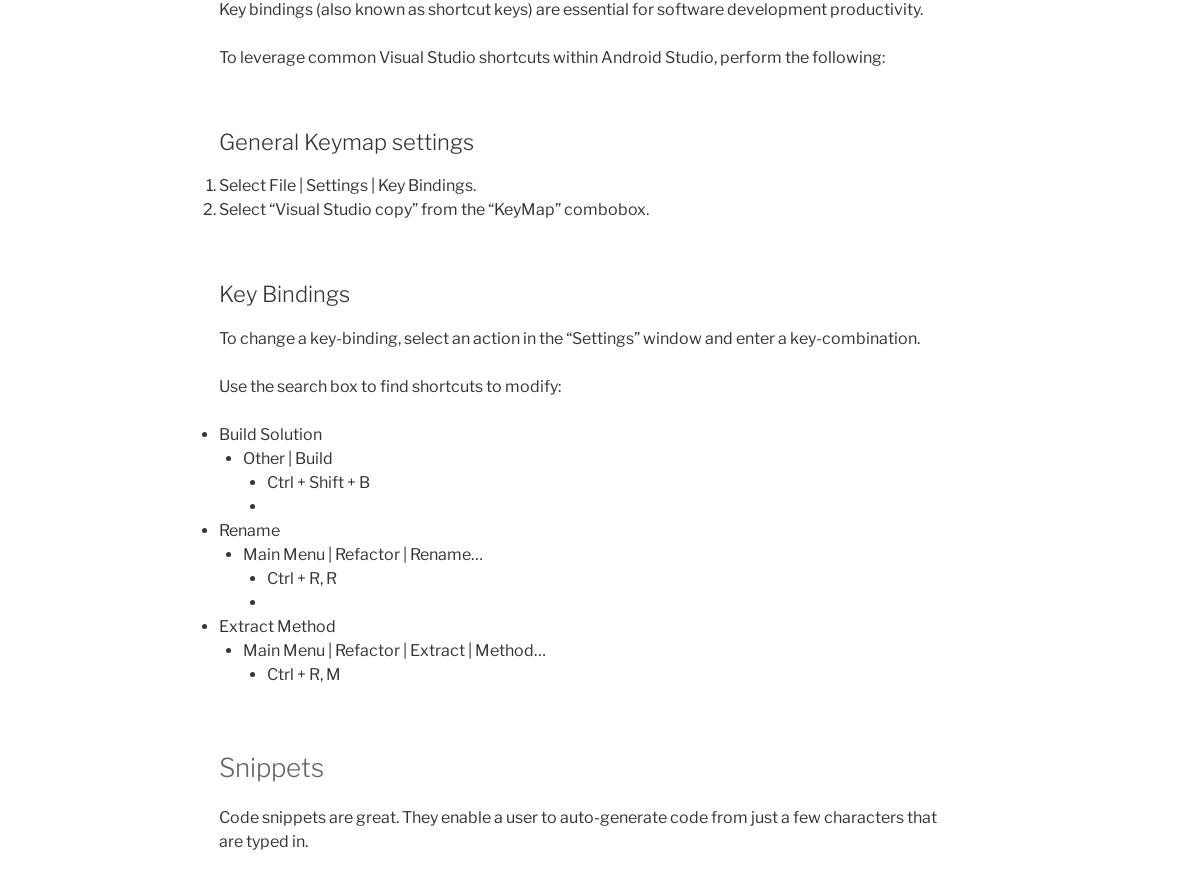 The image size is (1178, 874). I want to click on 'Ctrl + R, M', so click(304, 673).